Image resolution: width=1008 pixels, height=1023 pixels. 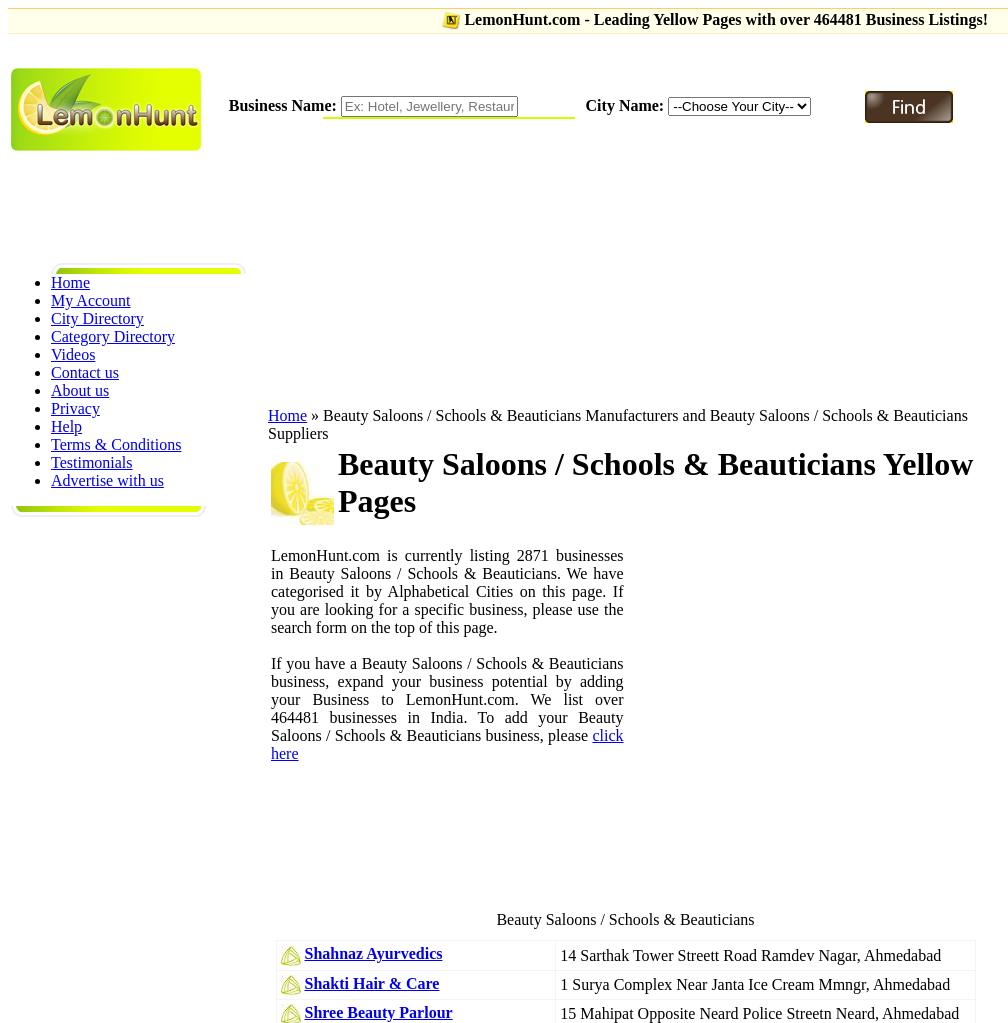 What do you see at coordinates (759, 1012) in the screenshot?
I see `'15 Mahipat Opposite Neard Police Streetn Neard, Ahmedabad'` at bounding box center [759, 1012].